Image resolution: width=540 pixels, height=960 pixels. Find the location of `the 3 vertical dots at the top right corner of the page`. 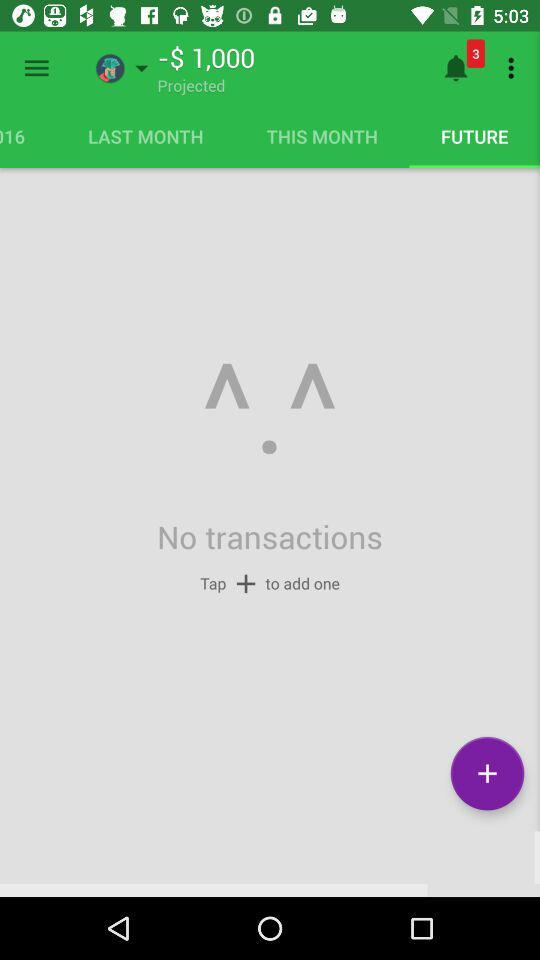

the 3 vertical dots at the top right corner of the page is located at coordinates (514, 68).